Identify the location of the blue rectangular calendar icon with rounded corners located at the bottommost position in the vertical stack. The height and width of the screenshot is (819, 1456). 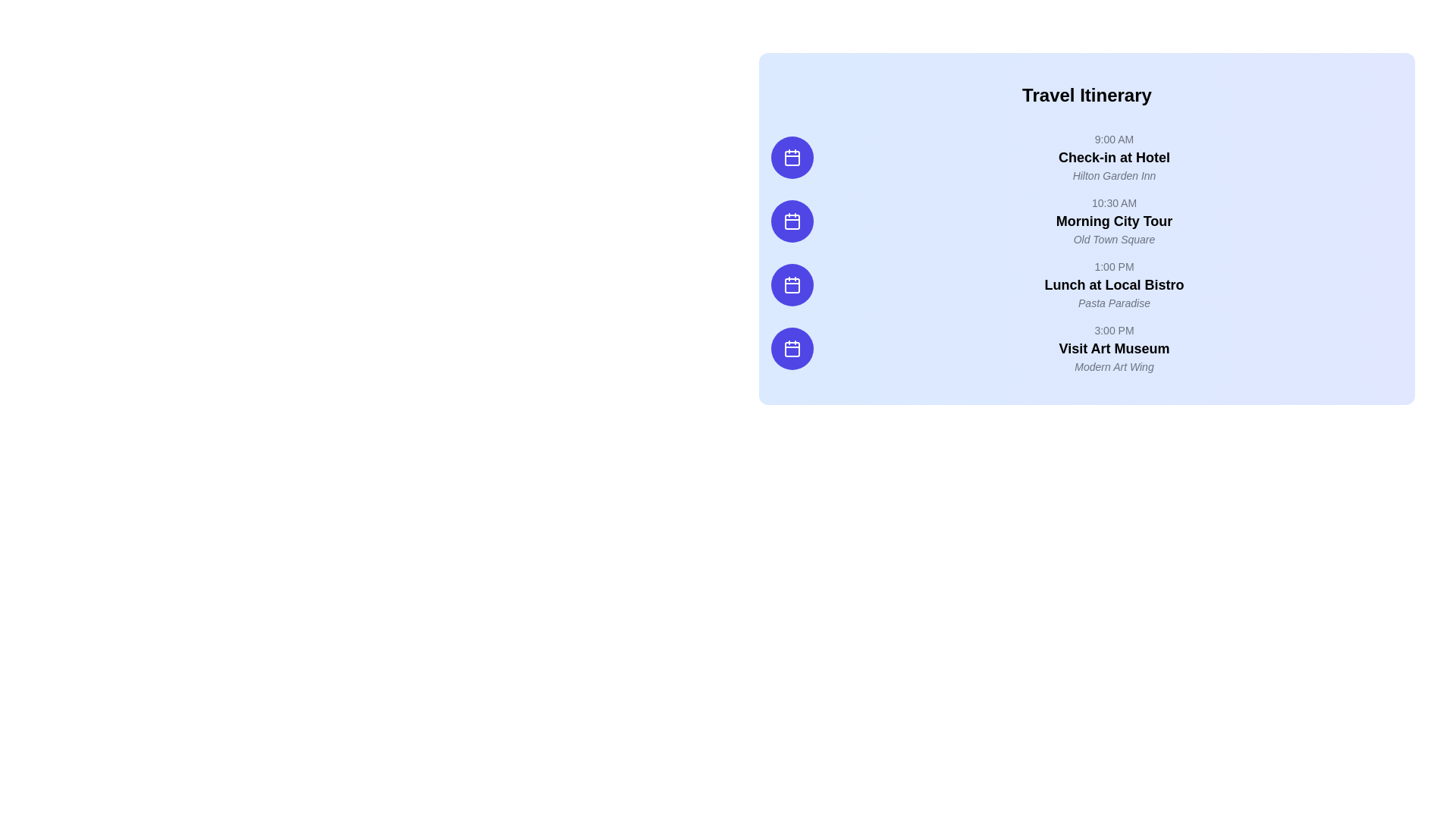
(792, 350).